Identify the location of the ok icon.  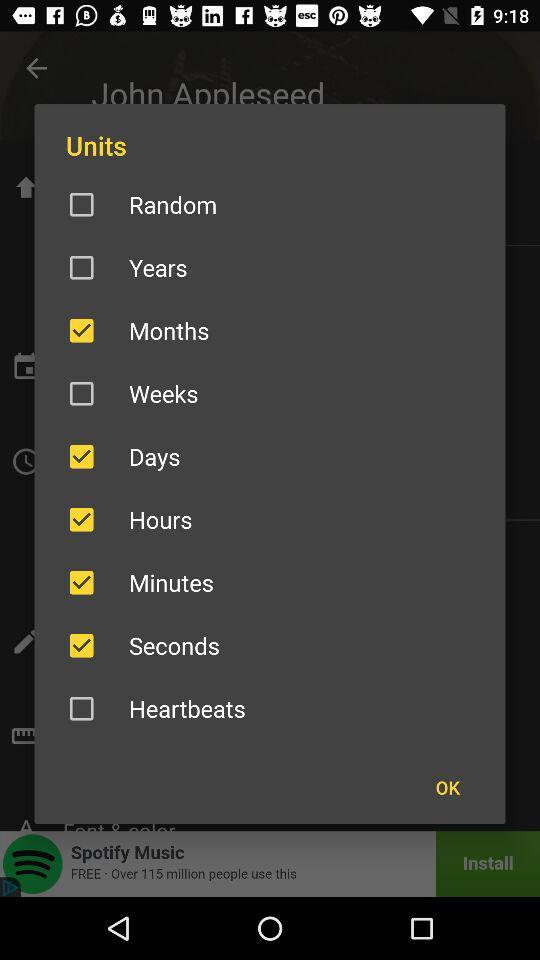
(447, 787).